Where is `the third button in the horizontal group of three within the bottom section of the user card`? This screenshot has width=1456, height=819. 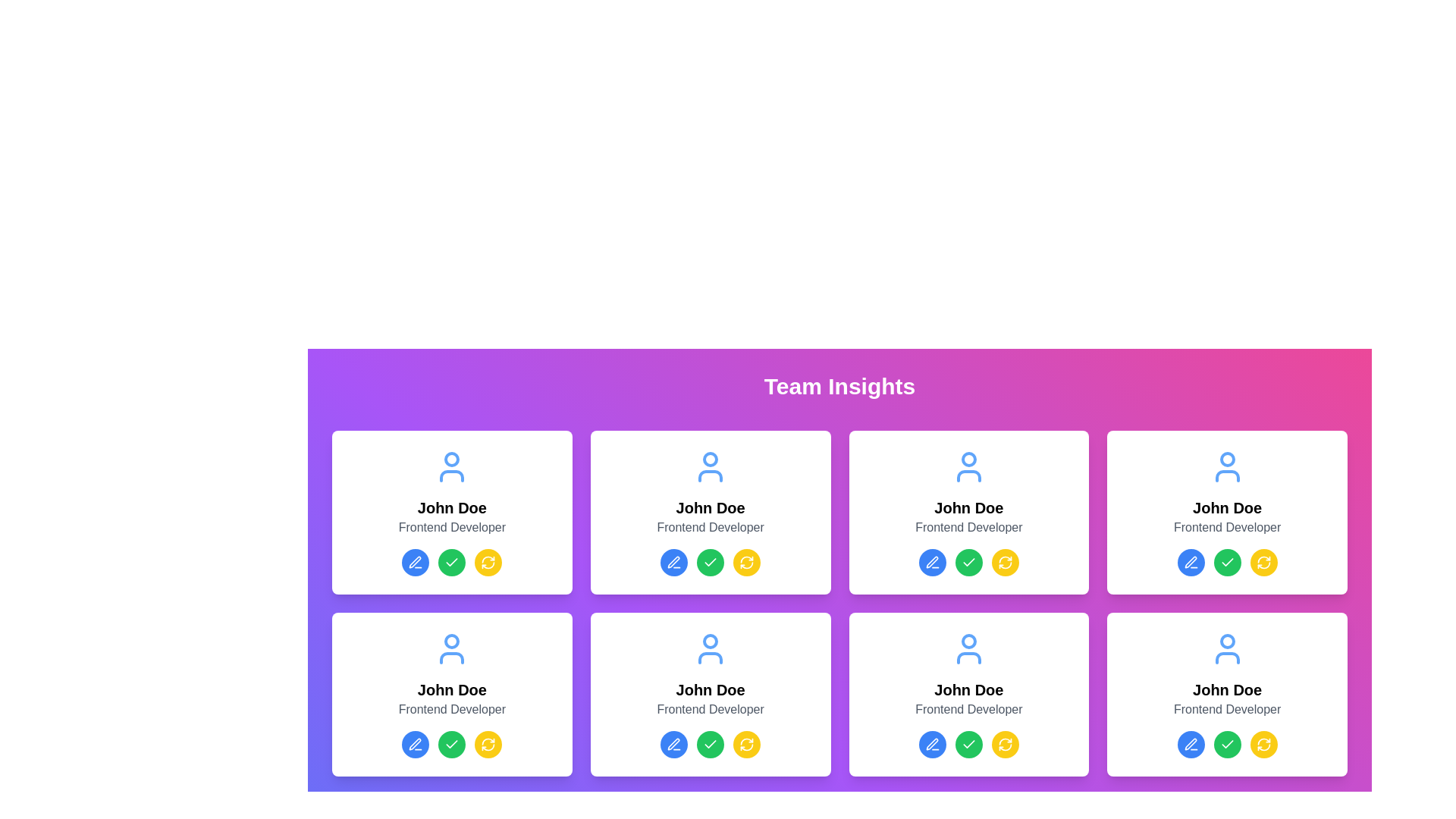 the third button in the horizontal group of three within the bottom section of the user card is located at coordinates (1005, 562).